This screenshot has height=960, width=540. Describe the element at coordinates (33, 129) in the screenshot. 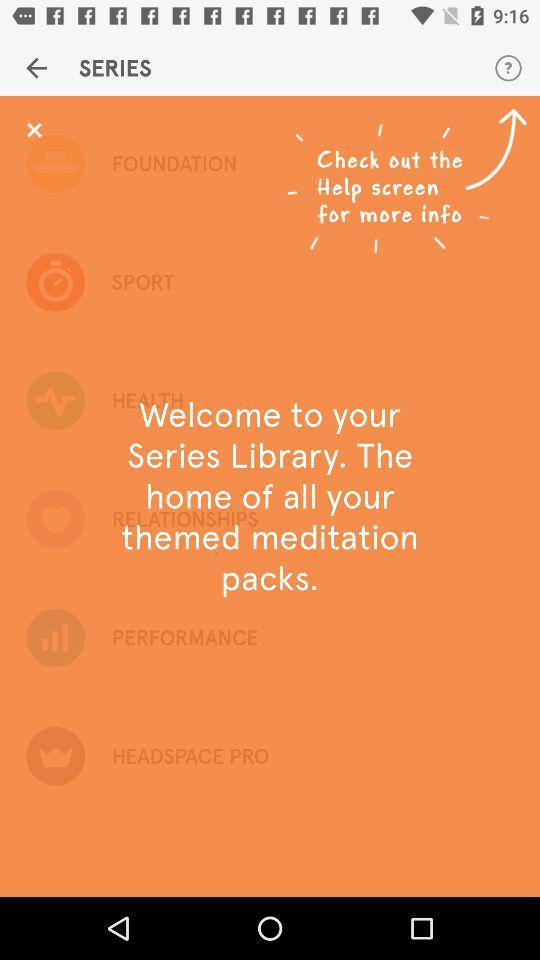

I see `help` at that location.